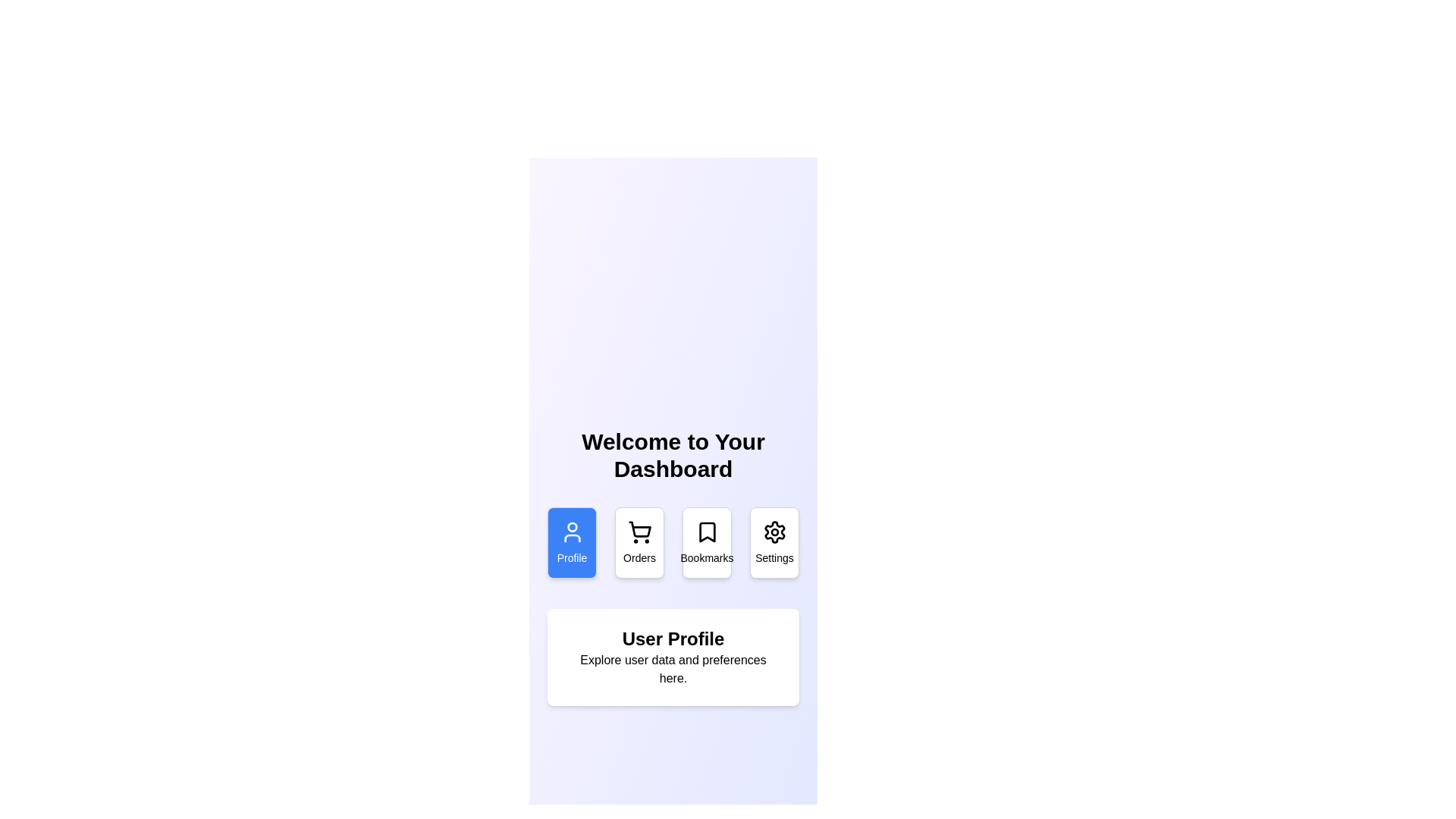  Describe the element at coordinates (774, 542) in the screenshot. I see `the 'Settings' button, which is the rightmost button in a horizontal row` at that location.